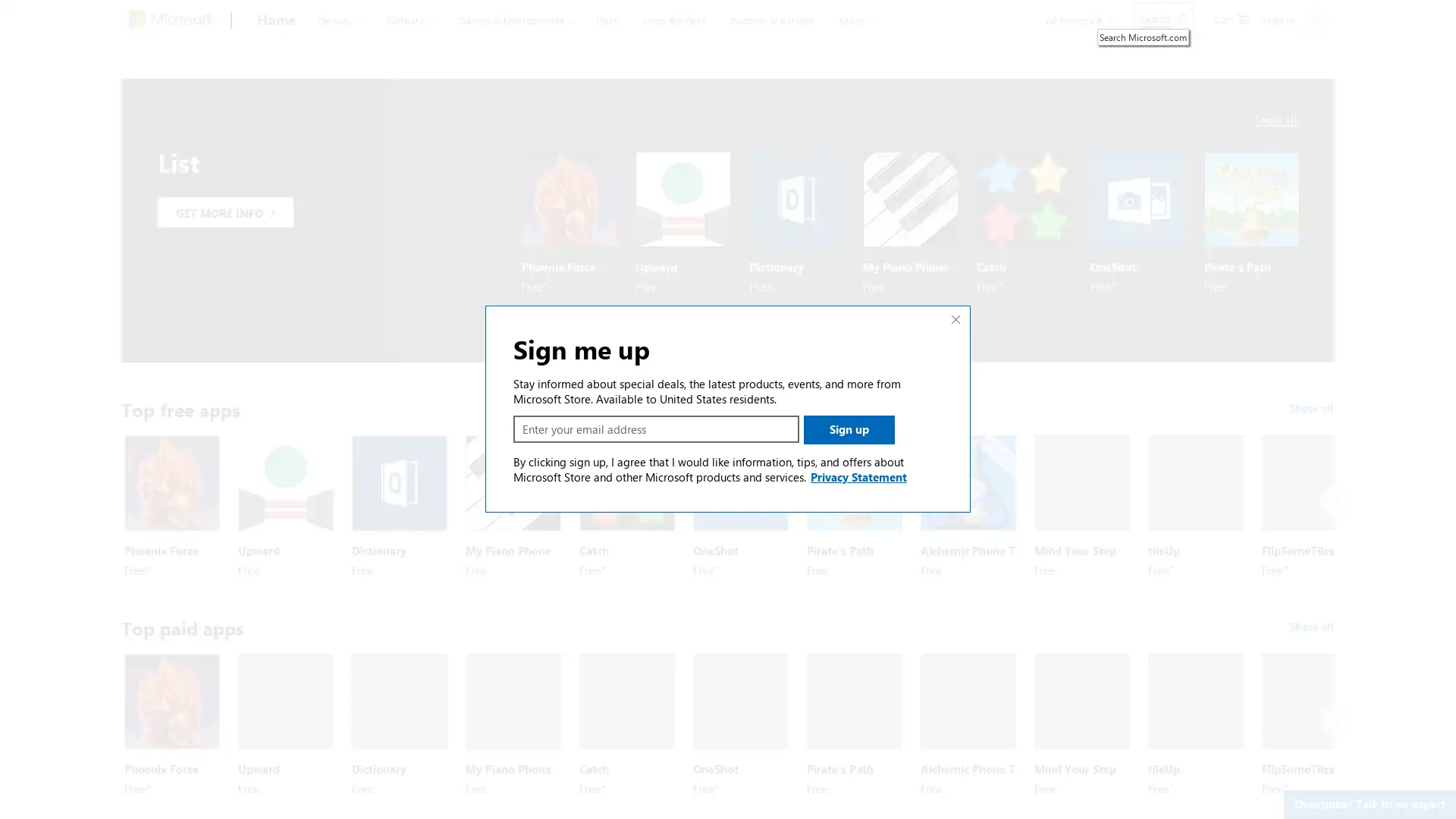 The height and width of the screenshot is (819, 1456). I want to click on Search Microsoft.com, so click(1163, 18).